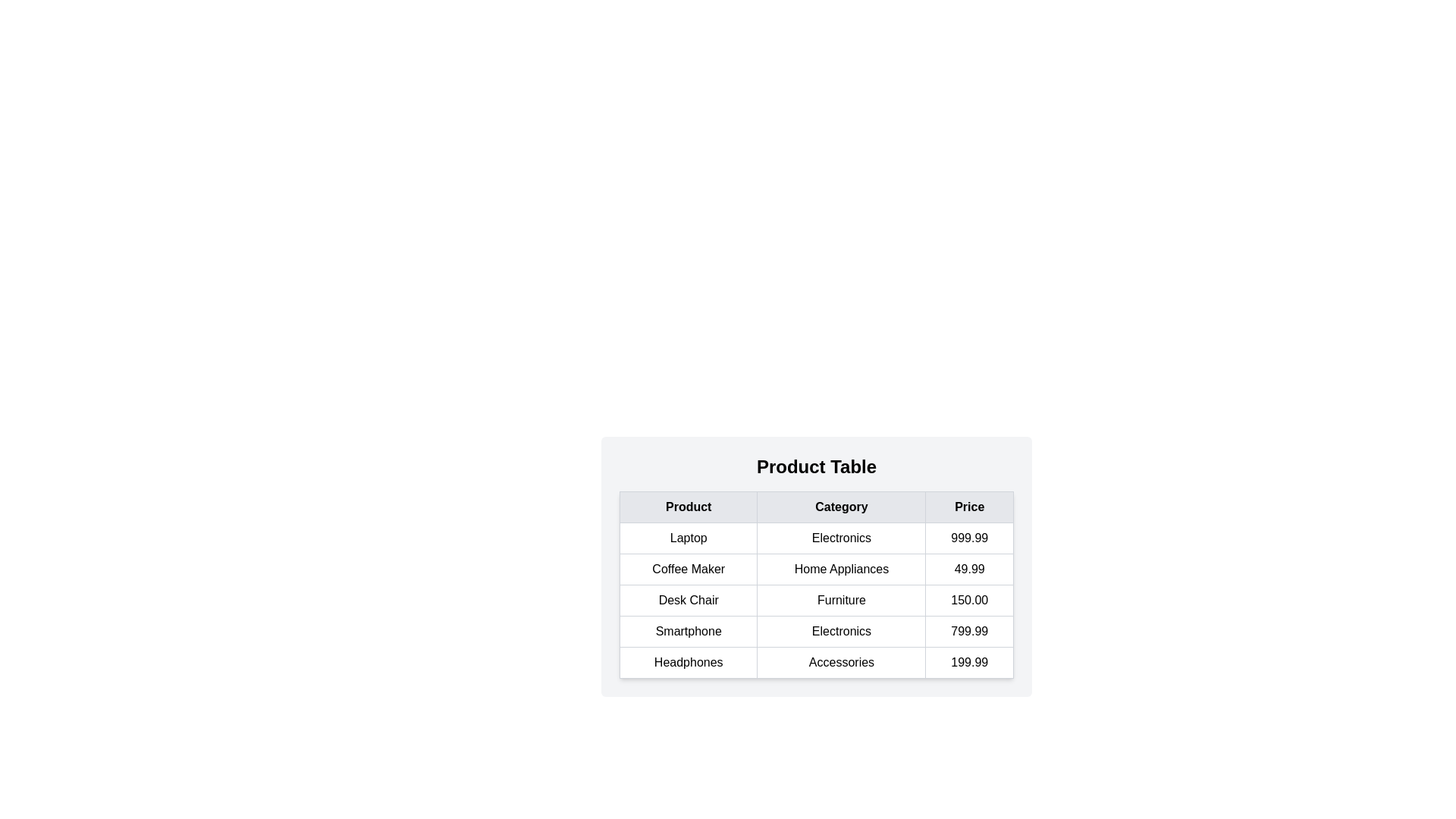 This screenshot has width=1456, height=819. What do you see at coordinates (815, 632) in the screenshot?
I see `the fourth row of the product information table, which displays details between 'Desk Chair, Furniture, 150.00' and 'Headphones, Accessories, 199.99'` at bounding box center [815, 632].